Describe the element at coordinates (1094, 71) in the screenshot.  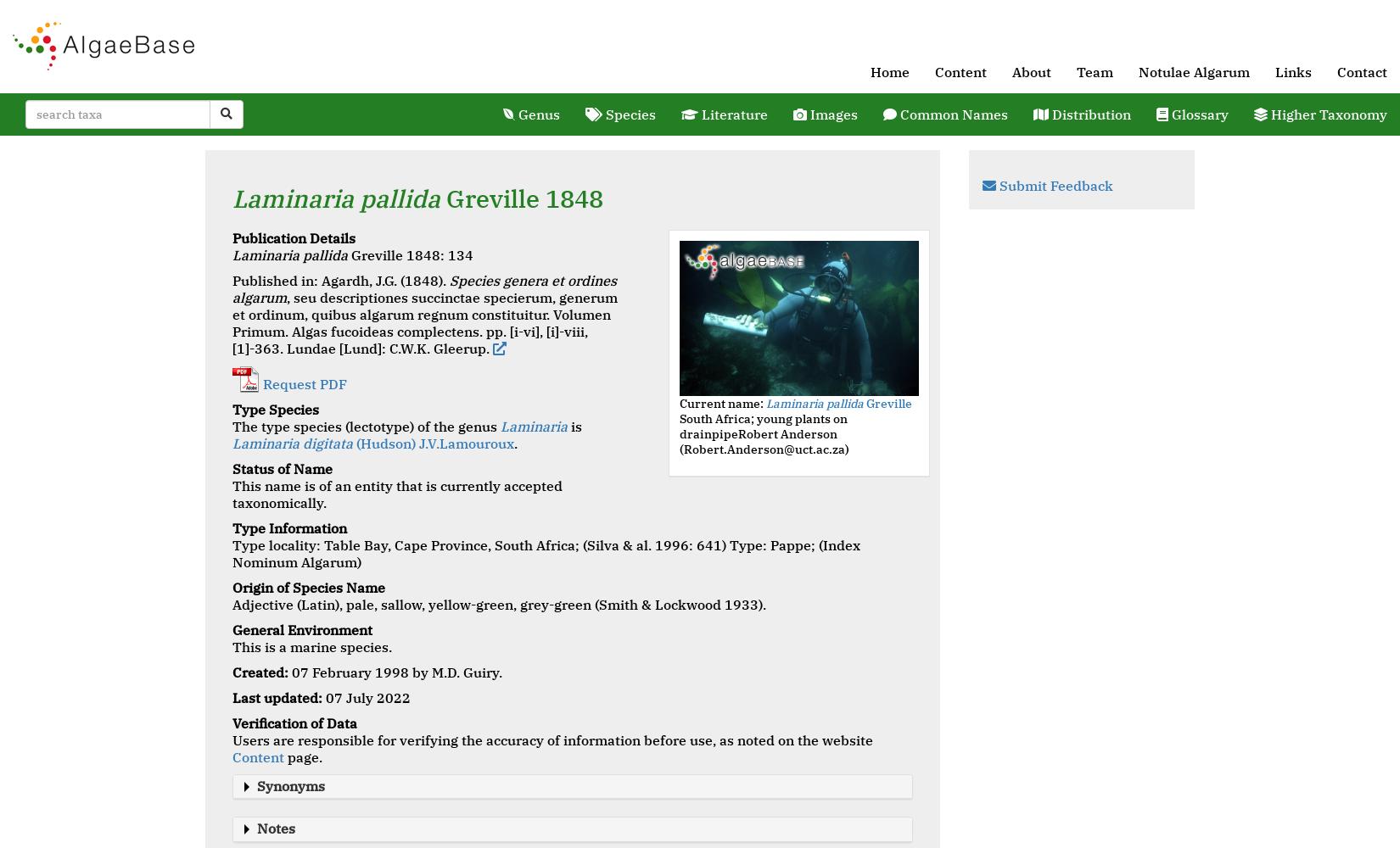
I see `'Team'` at that location.